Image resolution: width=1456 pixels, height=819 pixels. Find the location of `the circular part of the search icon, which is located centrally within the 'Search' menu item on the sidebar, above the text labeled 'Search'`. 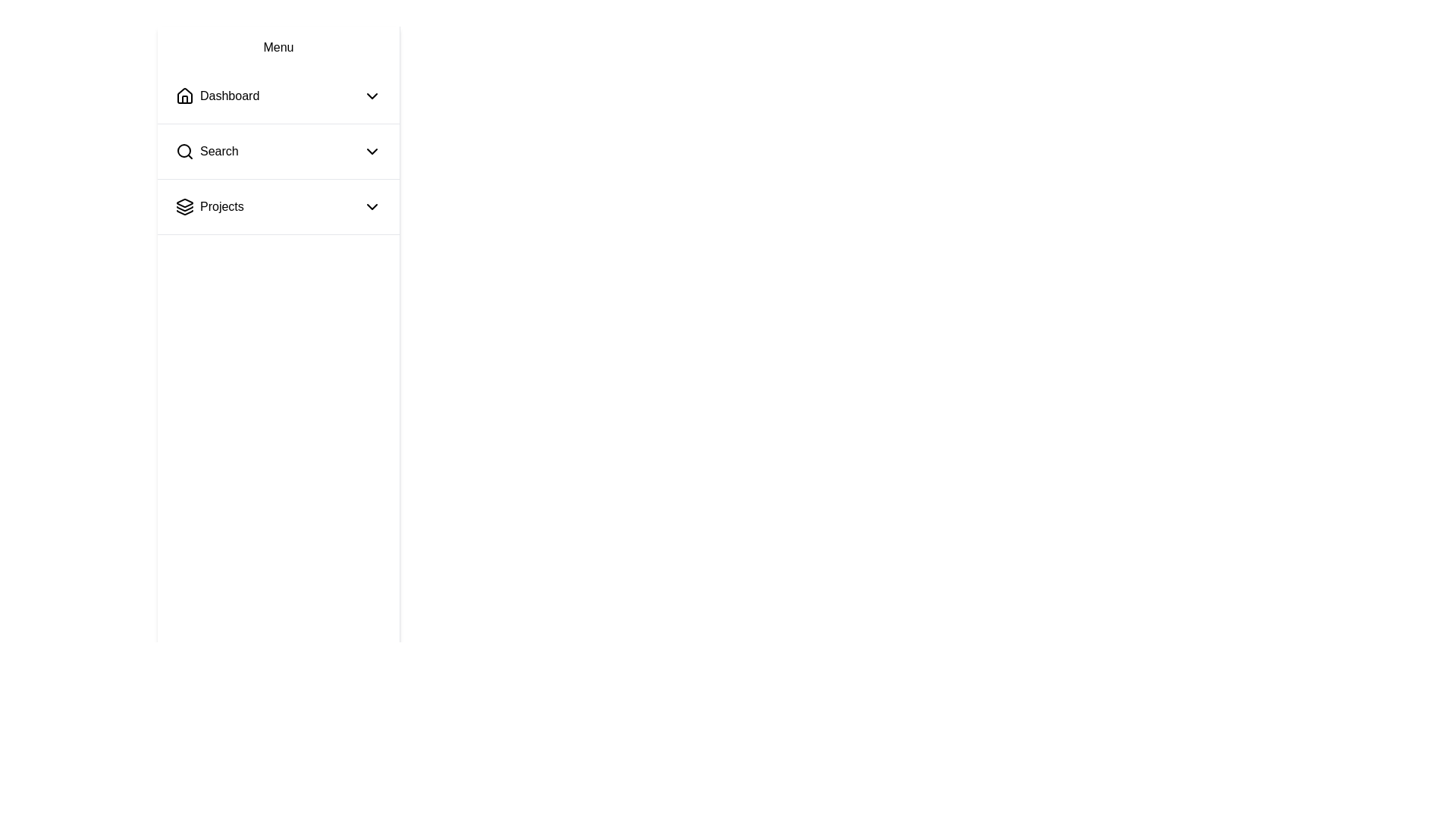

the circular part of the search icon, which is located centrally within the 'Search' menu item on the sidebar, above the text labeled 'Search' is located at coordinates (184, 151).